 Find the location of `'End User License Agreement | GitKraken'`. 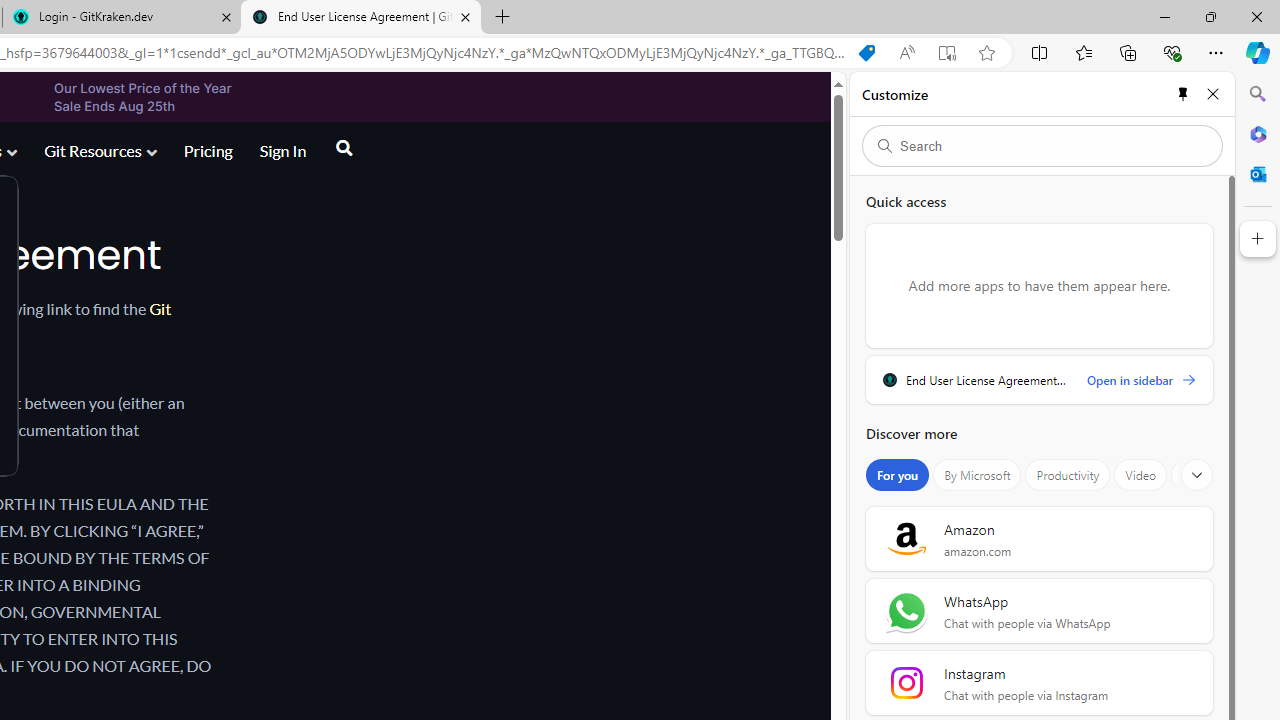

'End User License Agreement | GitKraken' is located at coordinates (360, 17).